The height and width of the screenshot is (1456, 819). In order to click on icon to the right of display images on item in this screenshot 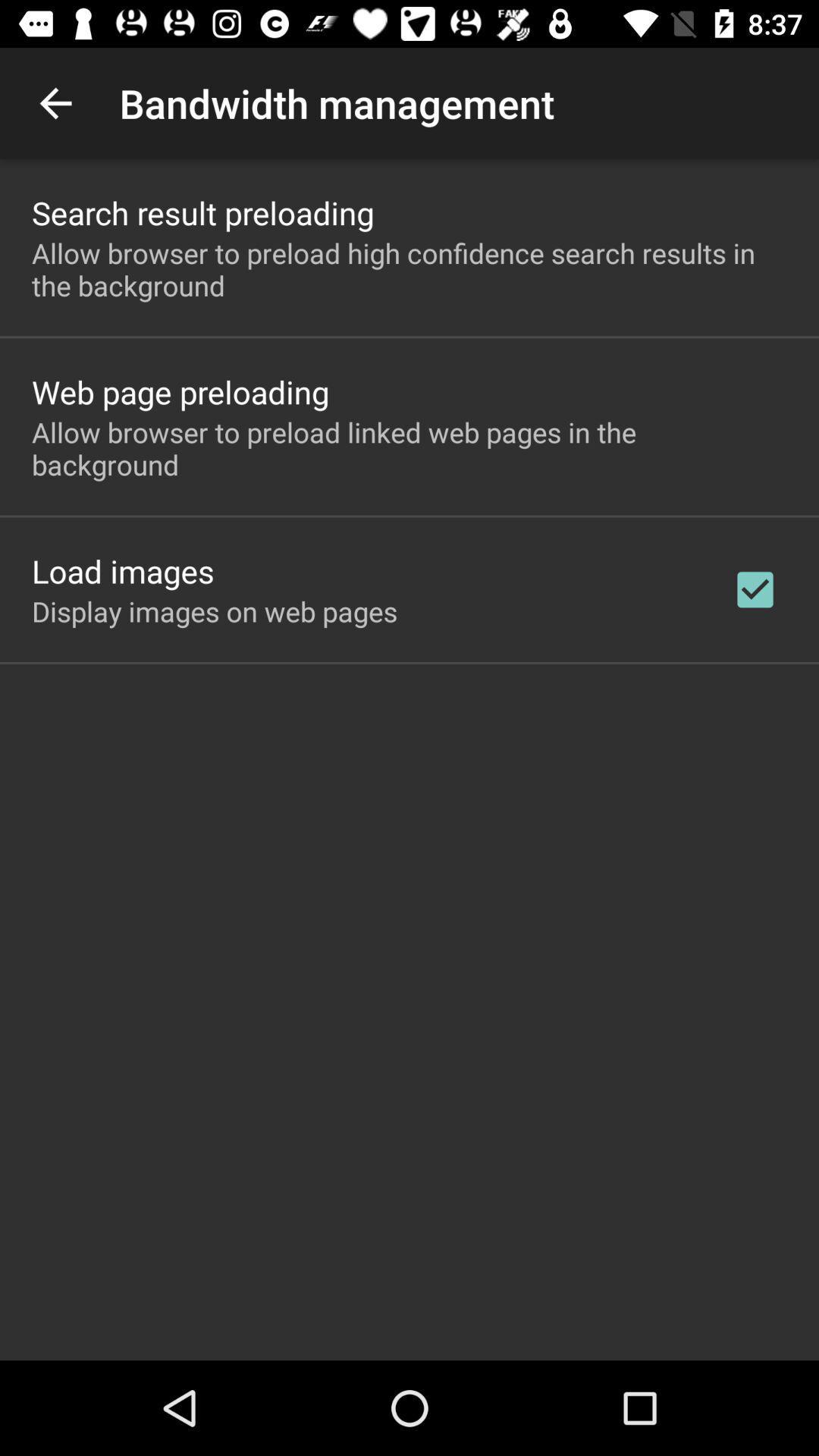, I will do `click(755, 588)`.